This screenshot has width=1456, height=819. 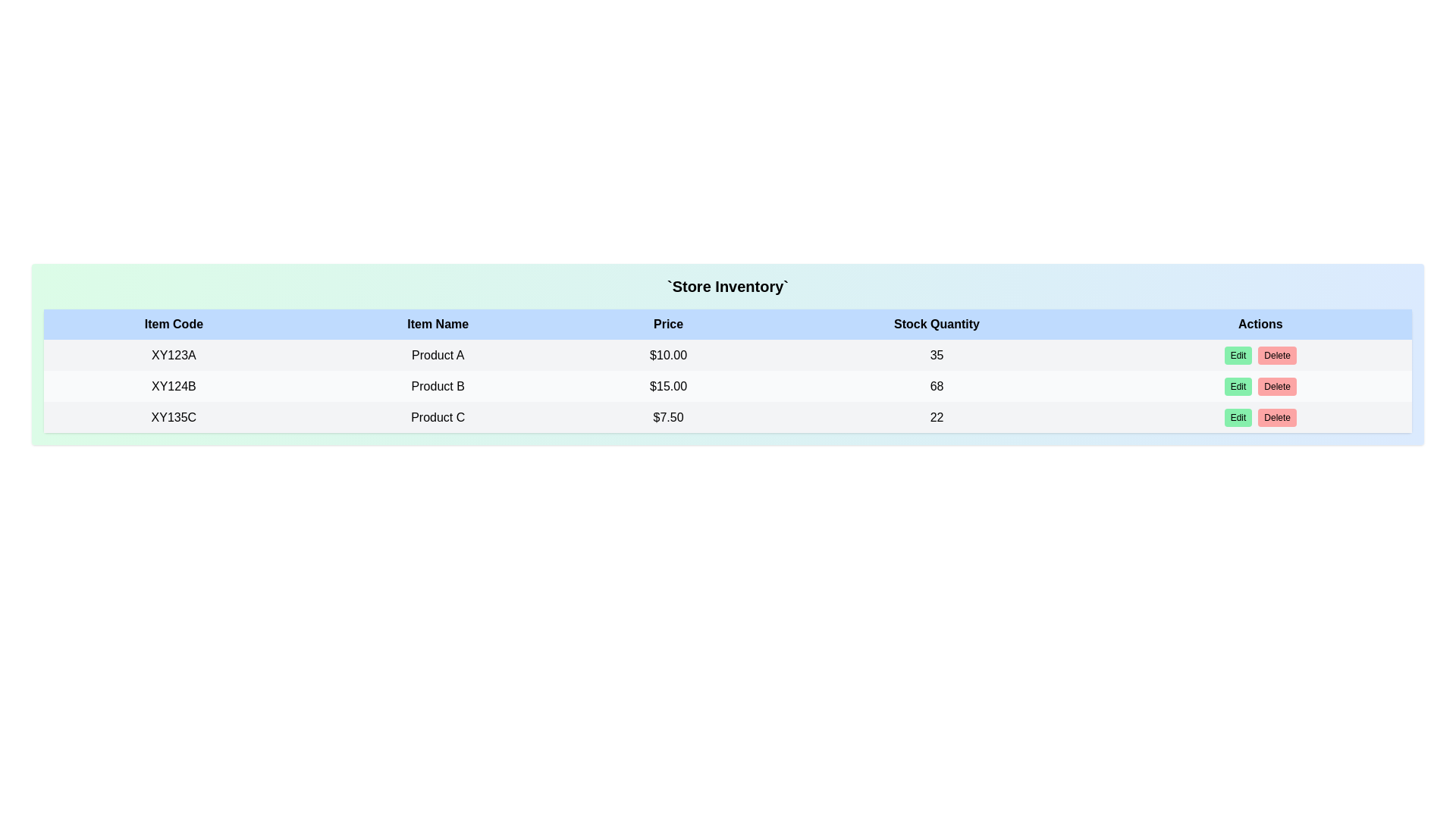 I want to click on the product name 'Product A' displayed in the second column of the inventory table, so click(x=437, y=355).